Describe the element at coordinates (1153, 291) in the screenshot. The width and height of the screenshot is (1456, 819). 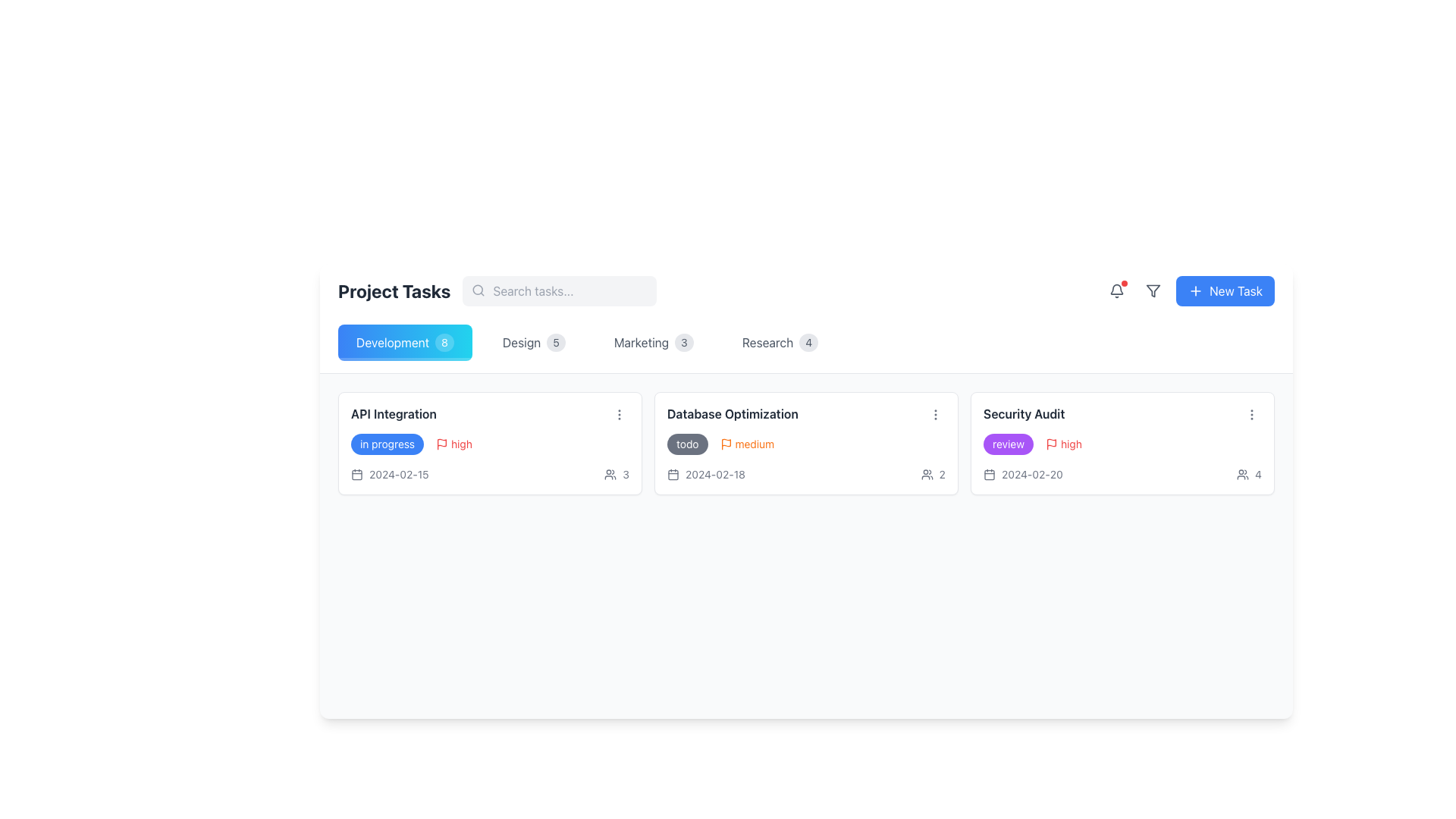
I see `the filter tool icon located in the upper-right corner of the interface, near the notification bell and 'New Task' button` at that location.